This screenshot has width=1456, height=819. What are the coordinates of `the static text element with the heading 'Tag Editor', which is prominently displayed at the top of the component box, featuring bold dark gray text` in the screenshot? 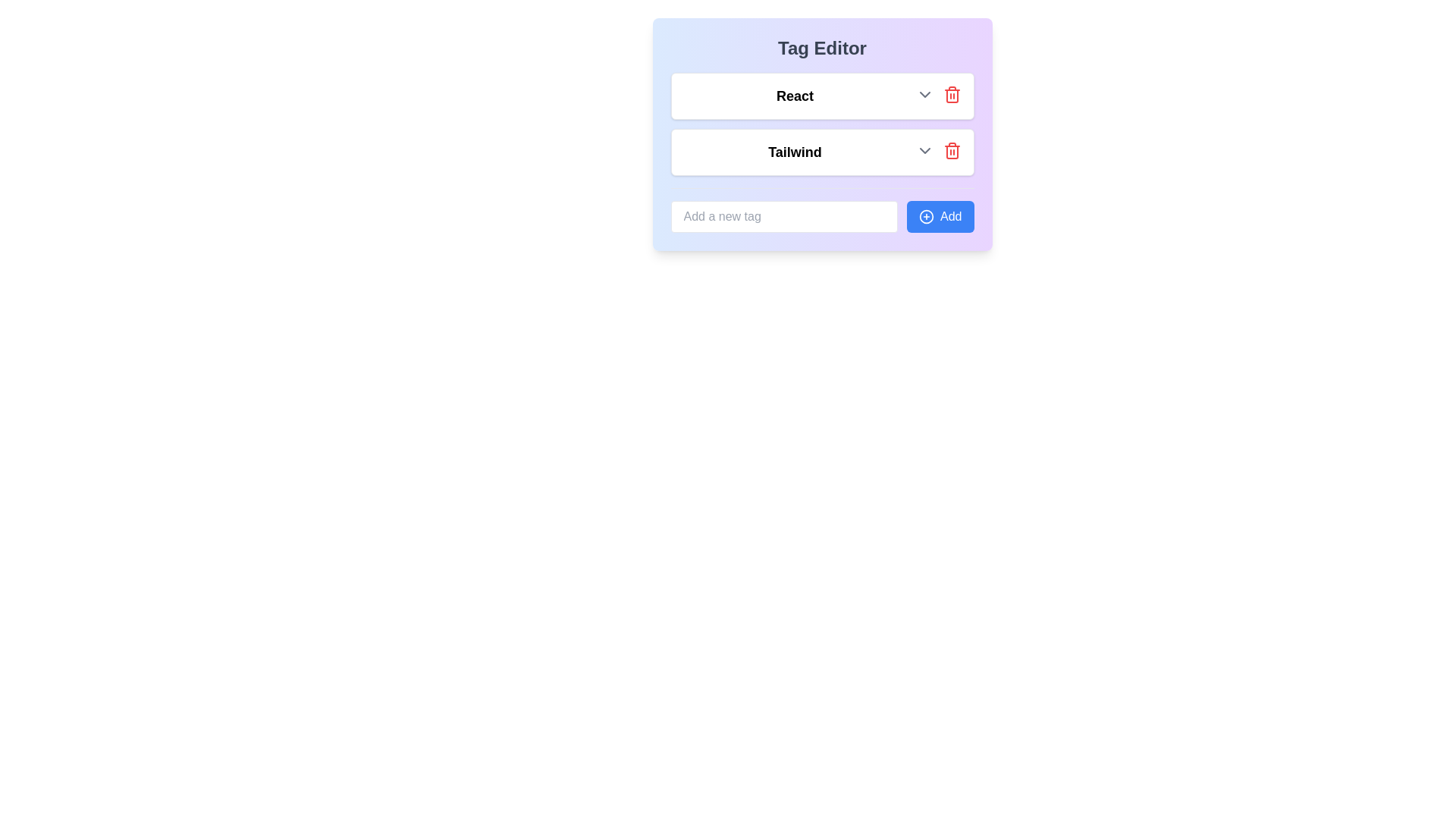 It's located at (821, 48).